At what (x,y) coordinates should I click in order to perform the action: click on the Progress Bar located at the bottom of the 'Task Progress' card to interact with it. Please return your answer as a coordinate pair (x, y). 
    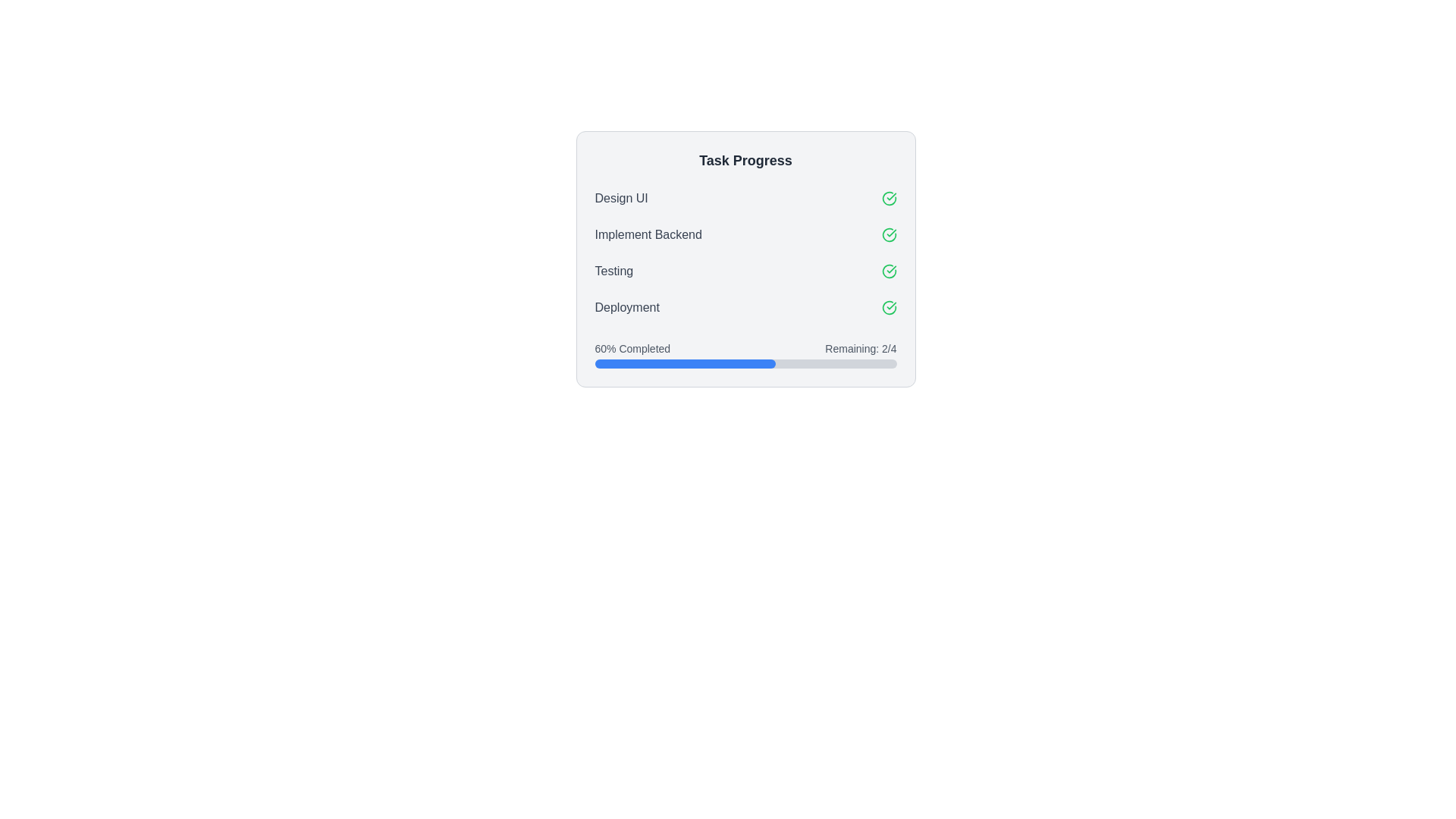
    Looking at the image, I should click on (745, 351).